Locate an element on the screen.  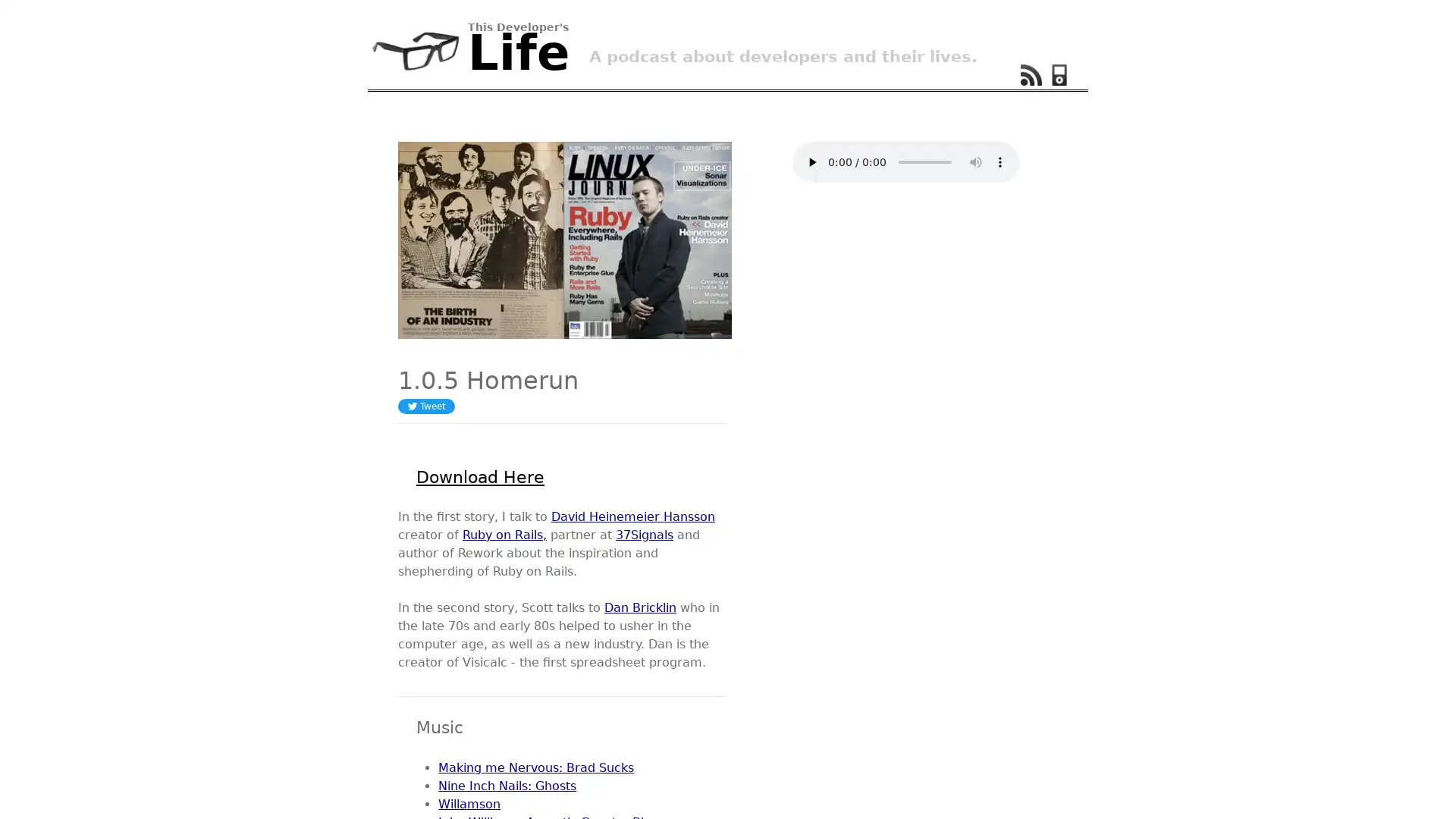
show more media controls is located at coordinates (1000, 162).